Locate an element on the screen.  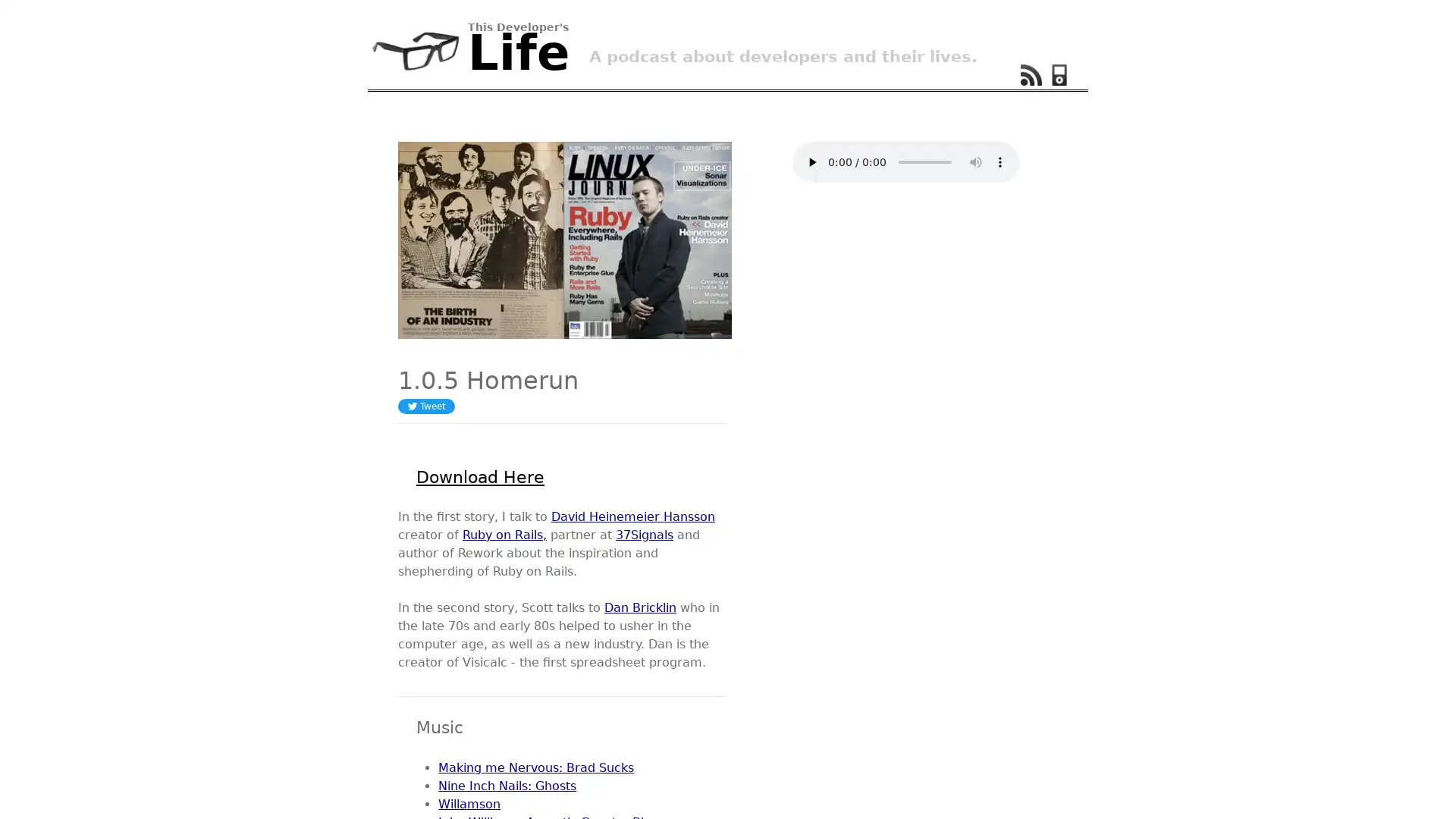
show more media controls is located at coordinates (1000, 162).